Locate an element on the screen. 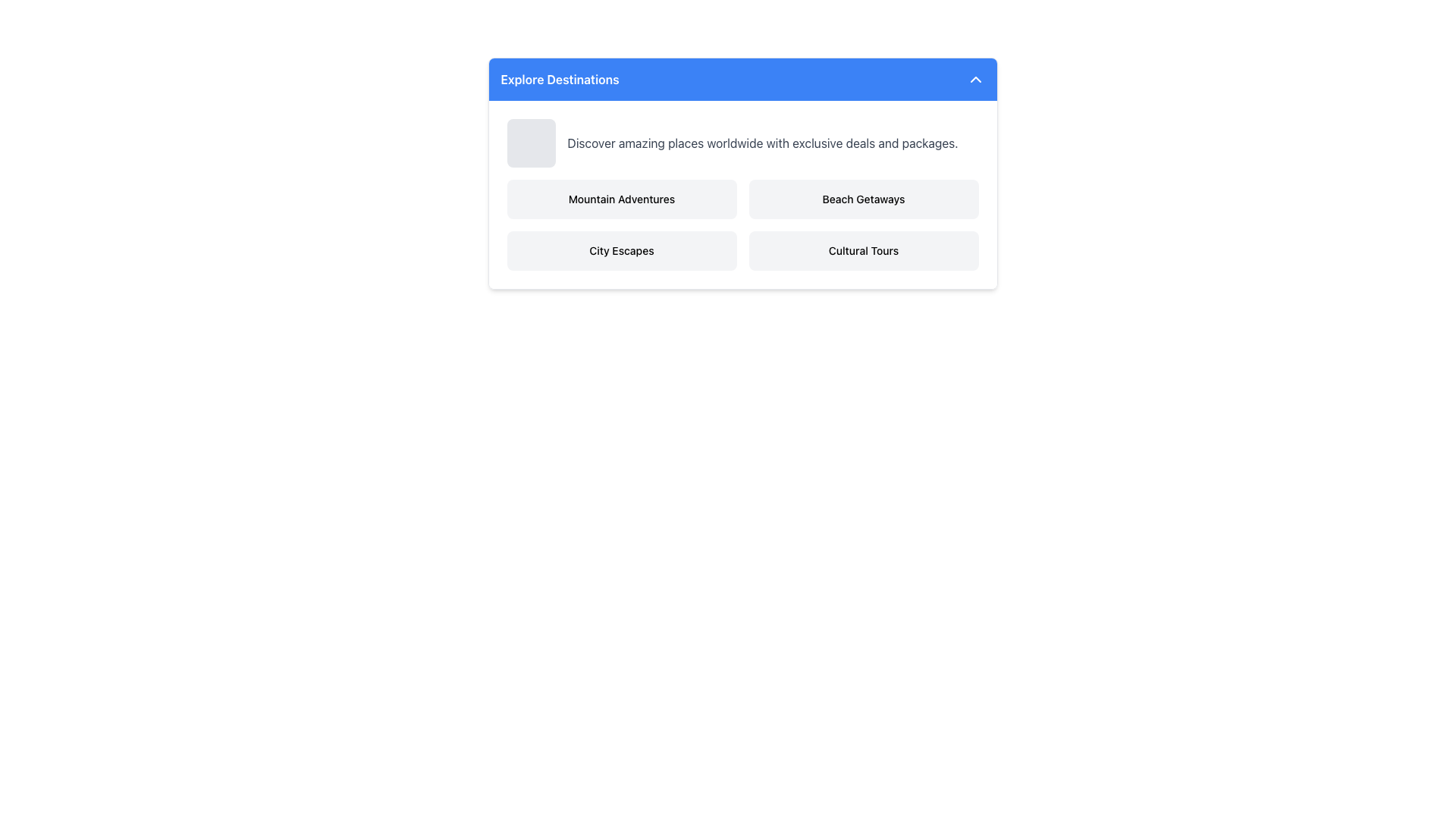 This screenshot has width=1456, height=819. the collapsible toggle control for the 'Explore Destinations' section located in the header bar on the far right, adjacent to the blue background is located at coordinates (975, 79).